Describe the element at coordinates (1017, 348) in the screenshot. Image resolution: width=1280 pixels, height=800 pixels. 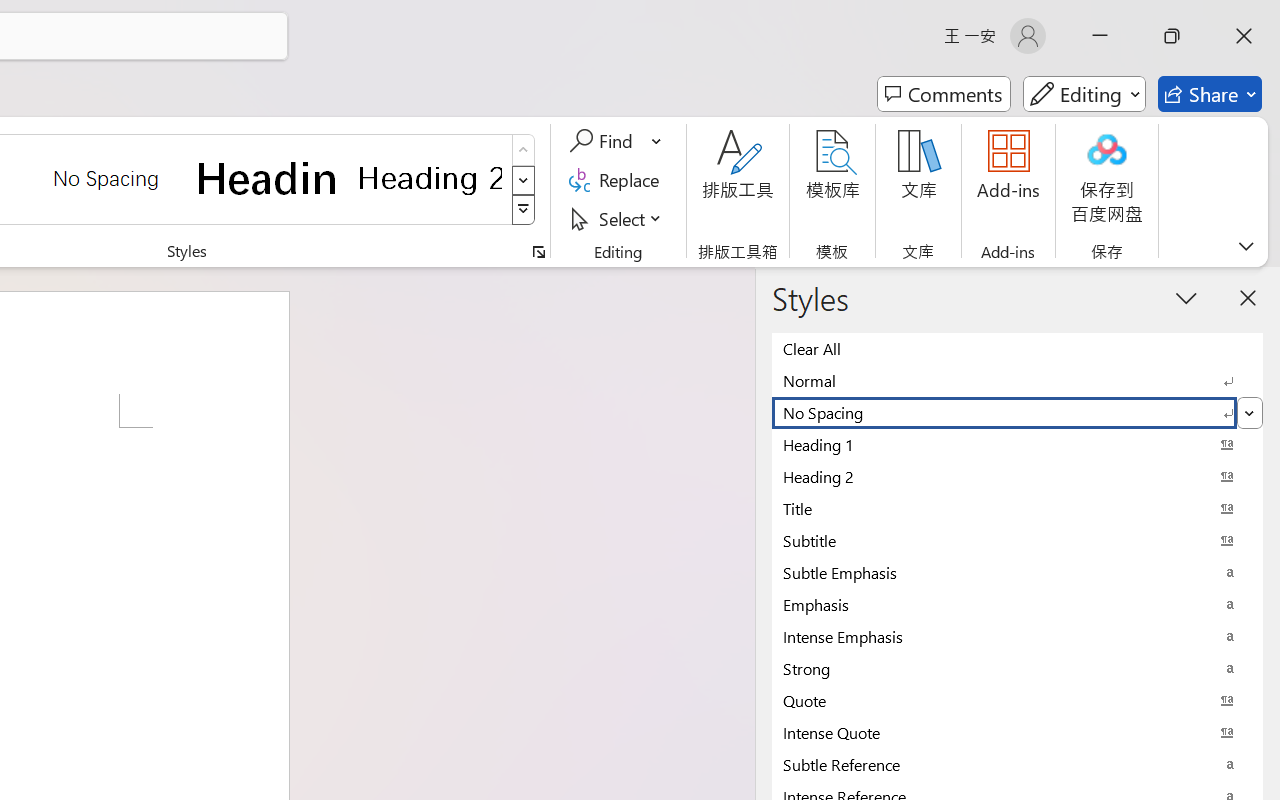
I see `'Clear All'` at that location.